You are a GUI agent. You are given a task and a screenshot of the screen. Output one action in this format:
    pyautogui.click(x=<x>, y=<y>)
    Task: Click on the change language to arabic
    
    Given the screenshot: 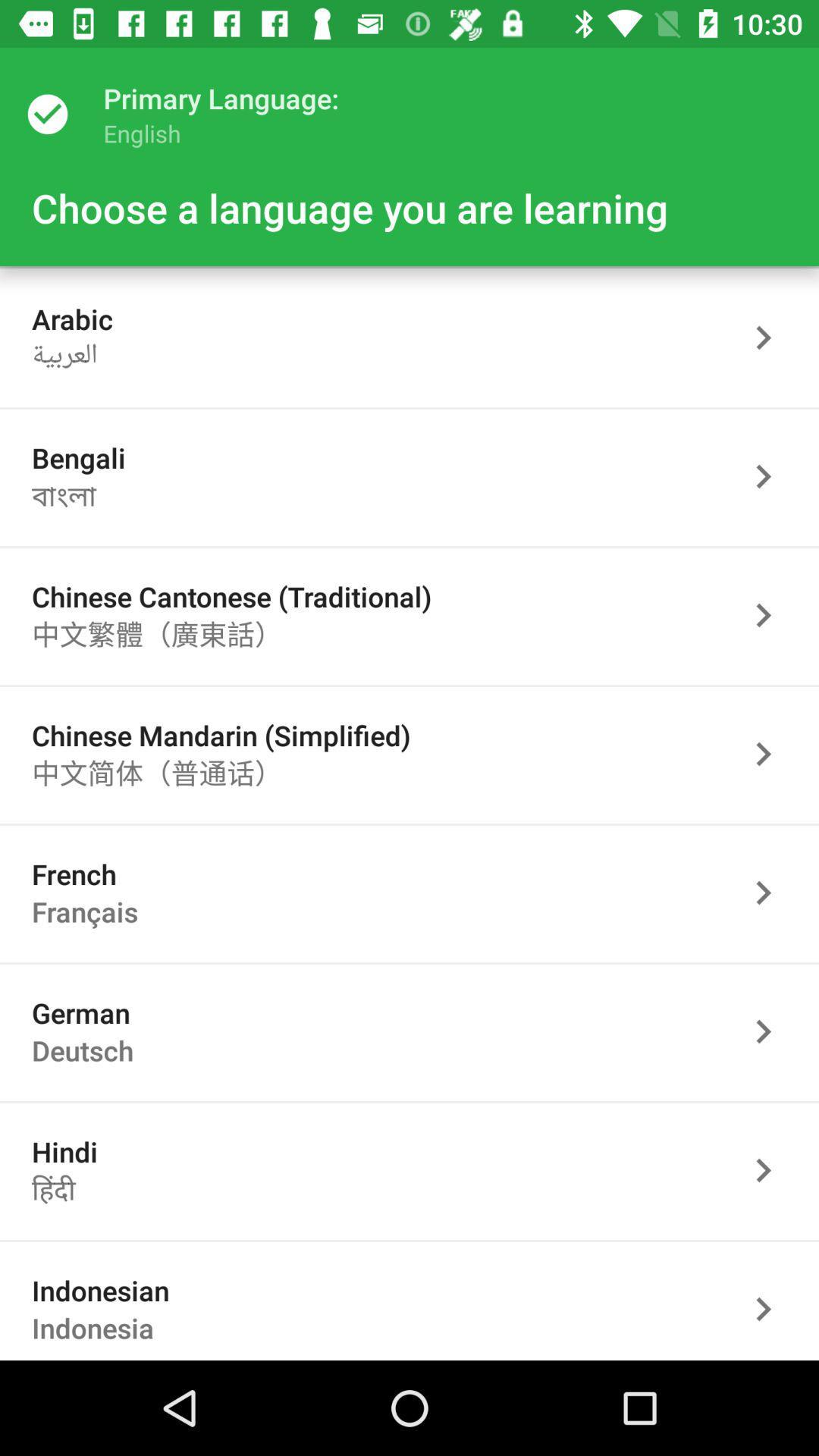 What is the action you would take?
    pyautogui.click(x=771, y=337)
    